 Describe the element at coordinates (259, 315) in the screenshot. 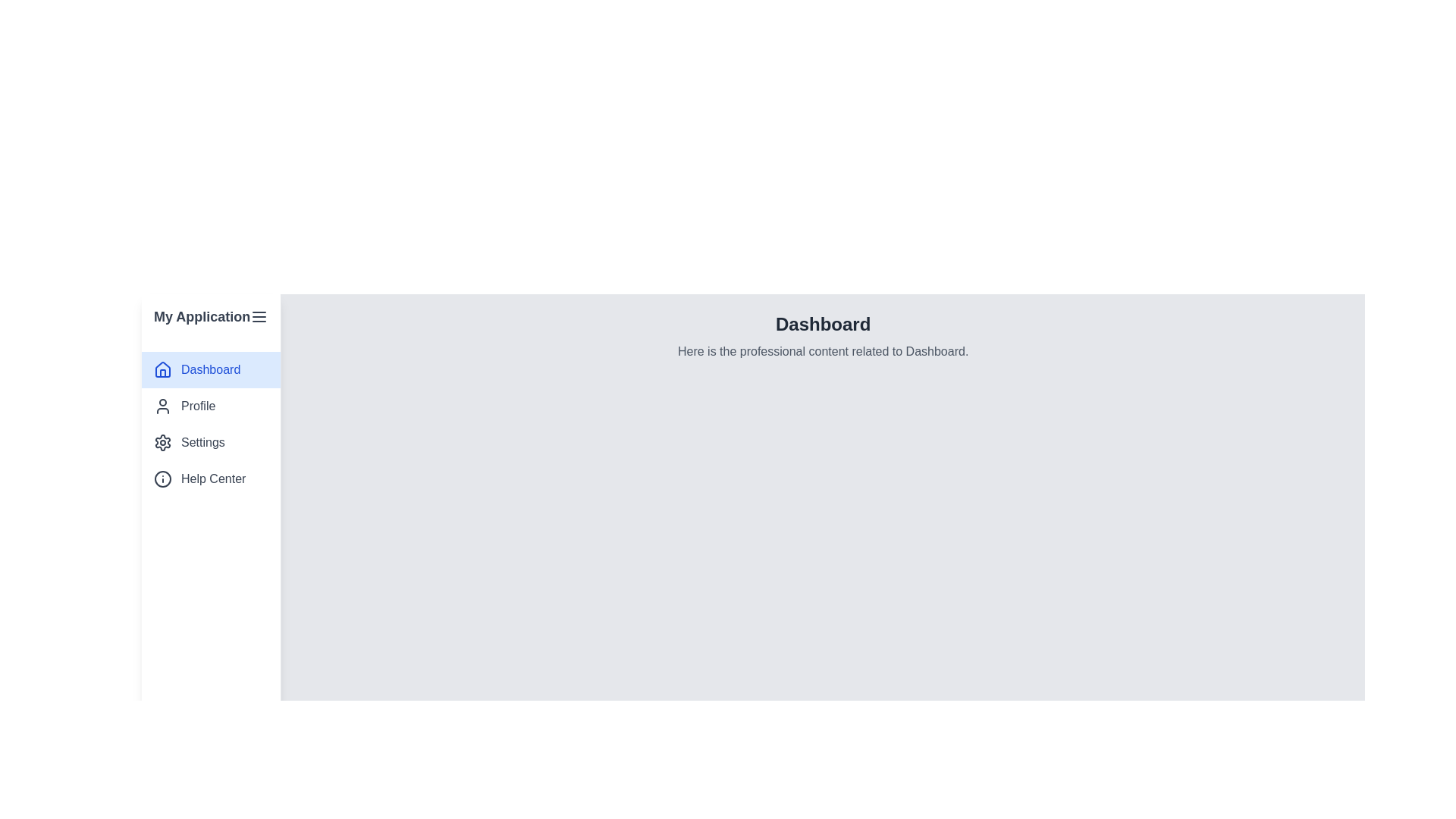

I see `the hamburger menu icon located on the right side of the top navigation bar, adjacent to the 'My Application' branding text` at that location.